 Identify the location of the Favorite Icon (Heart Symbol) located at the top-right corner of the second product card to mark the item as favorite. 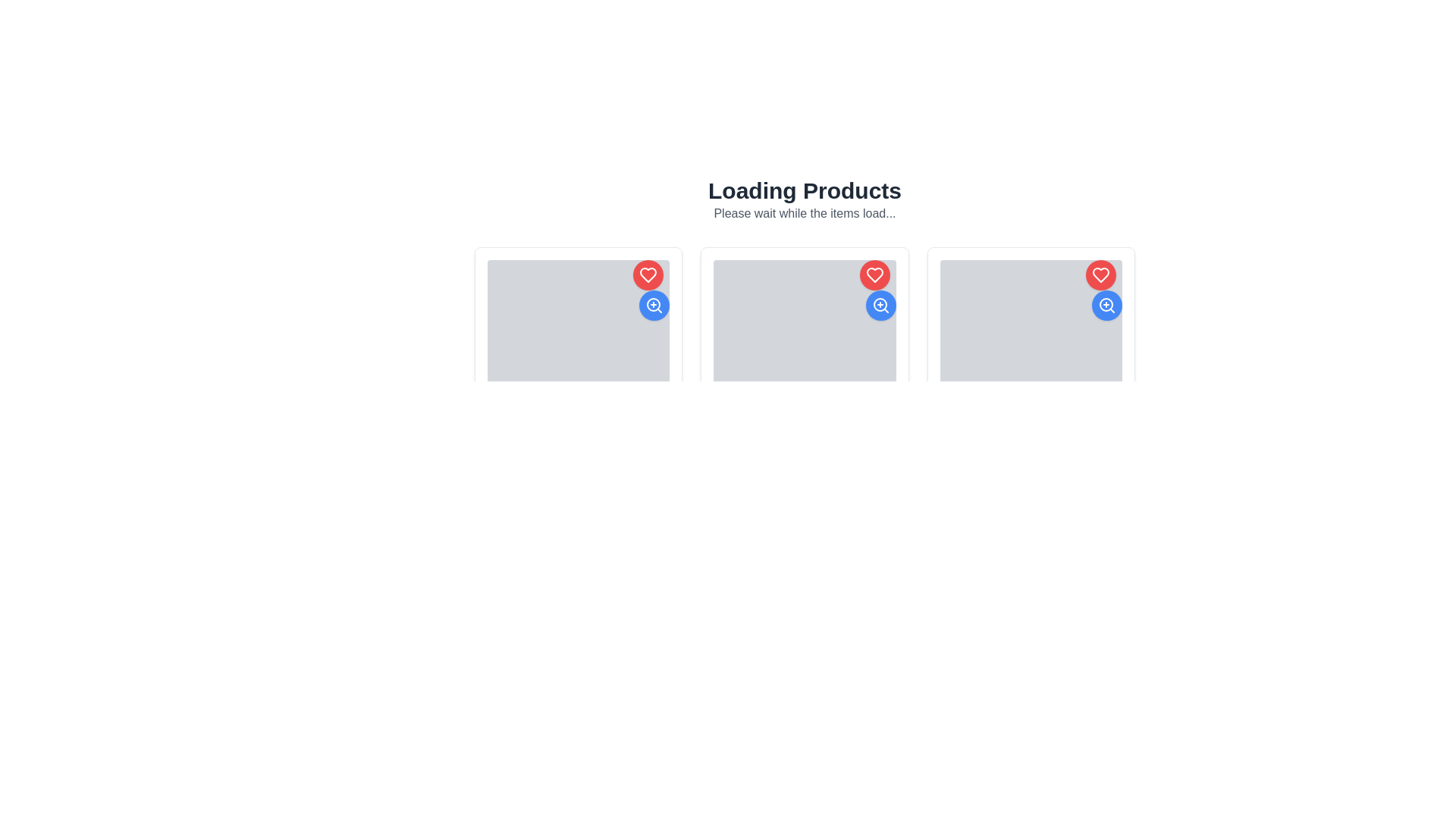
(648, 275).